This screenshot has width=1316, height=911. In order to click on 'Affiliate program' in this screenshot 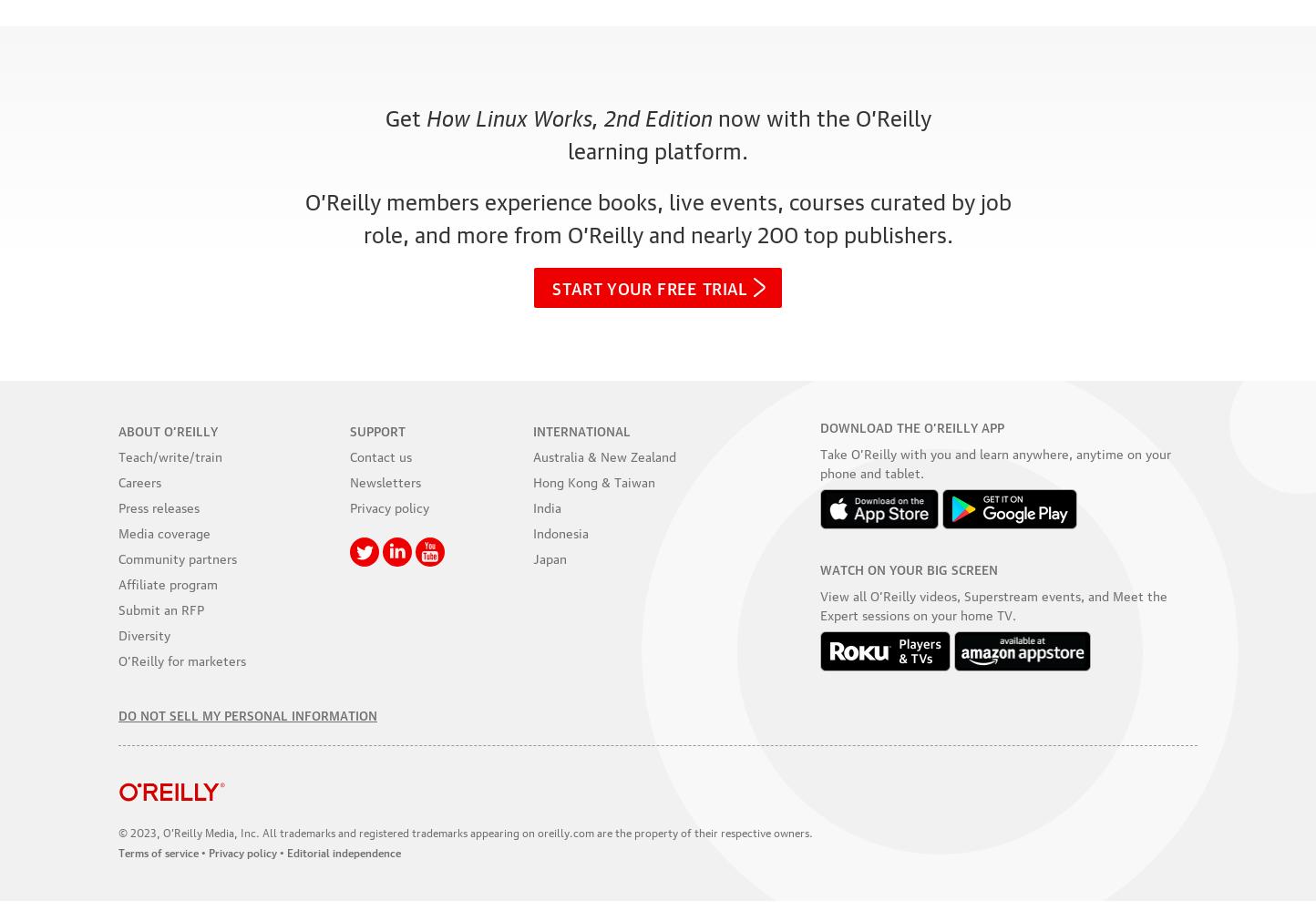, I will do `click(167, 582)`.